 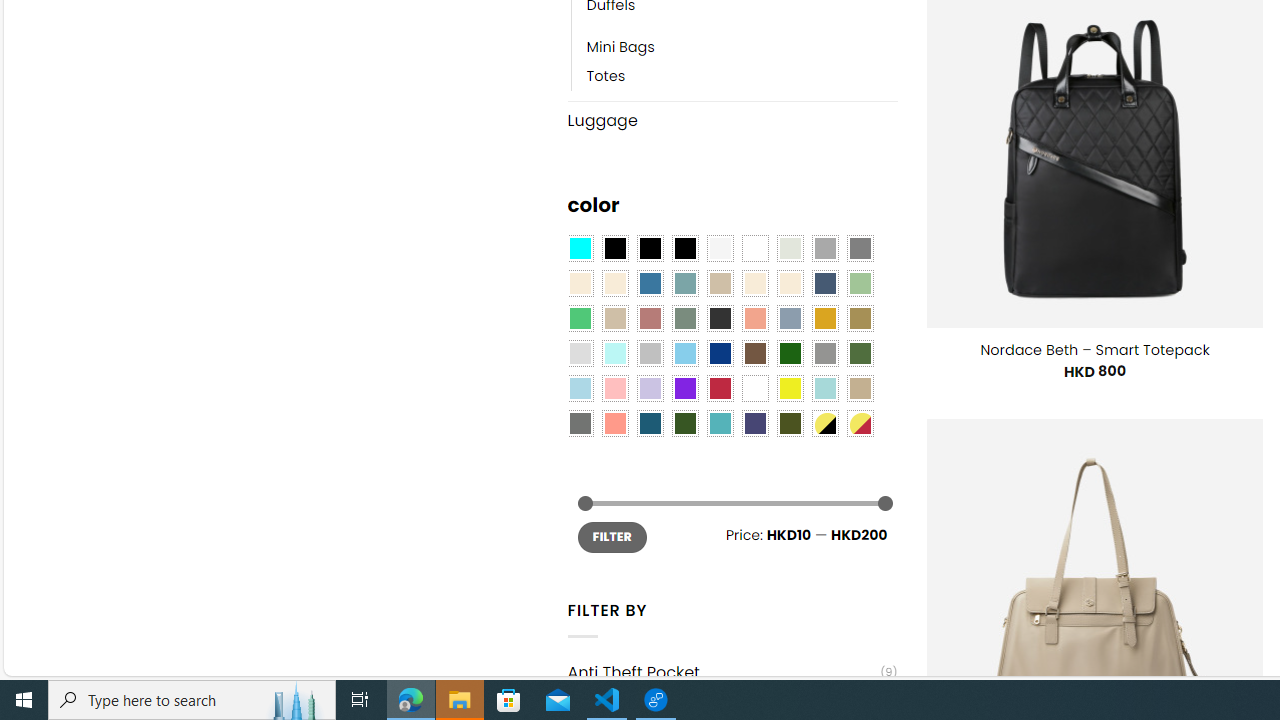 What do you see at coordinates (860, 423) in the screenshot?
I see `'Yellow-Red'` at bounding box center [860, 423].